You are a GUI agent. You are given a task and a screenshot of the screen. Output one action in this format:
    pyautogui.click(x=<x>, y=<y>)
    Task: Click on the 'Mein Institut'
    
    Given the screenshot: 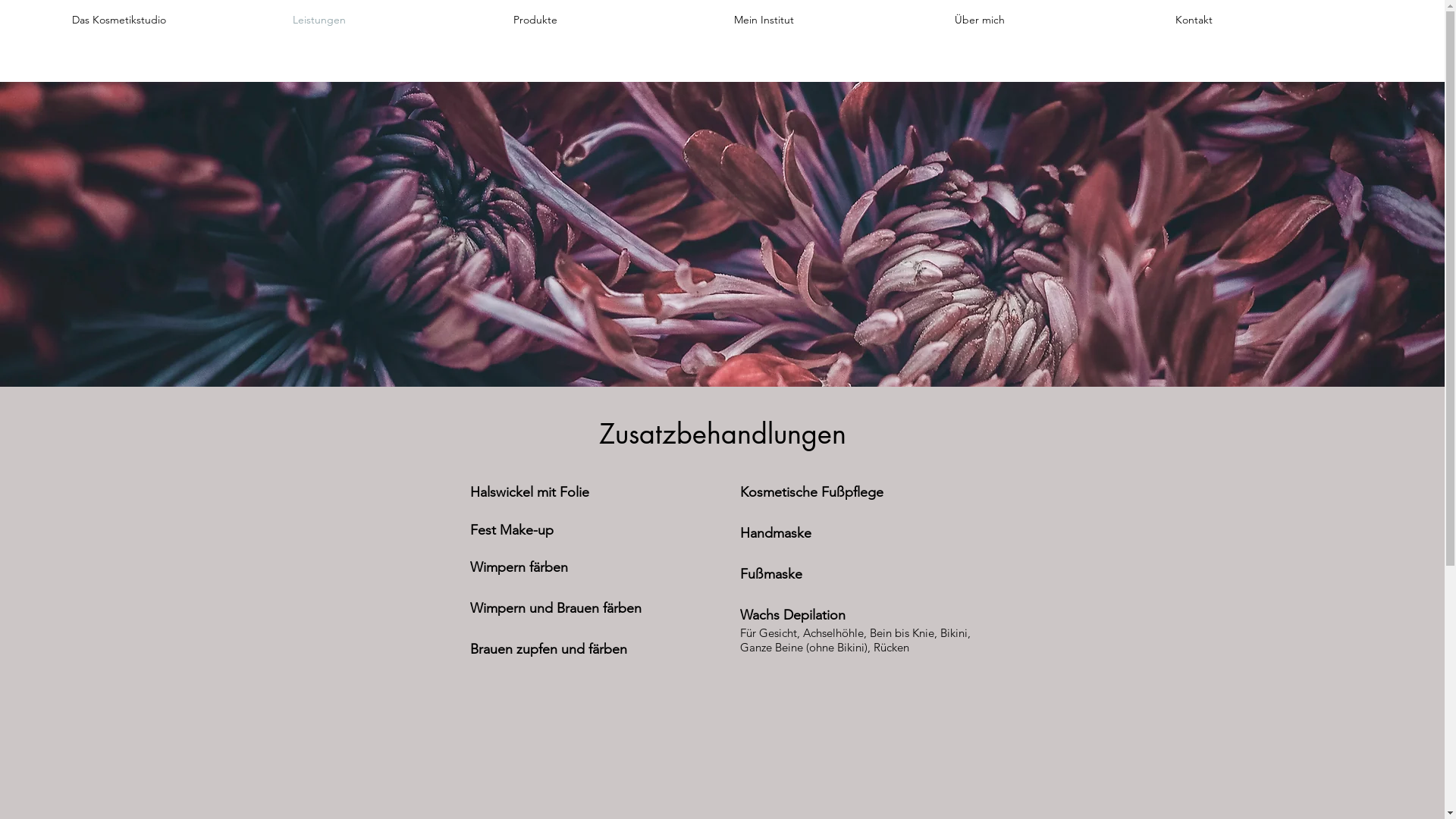 What is the action you would take?
    pyautogui.click(x=722, y=20)
    